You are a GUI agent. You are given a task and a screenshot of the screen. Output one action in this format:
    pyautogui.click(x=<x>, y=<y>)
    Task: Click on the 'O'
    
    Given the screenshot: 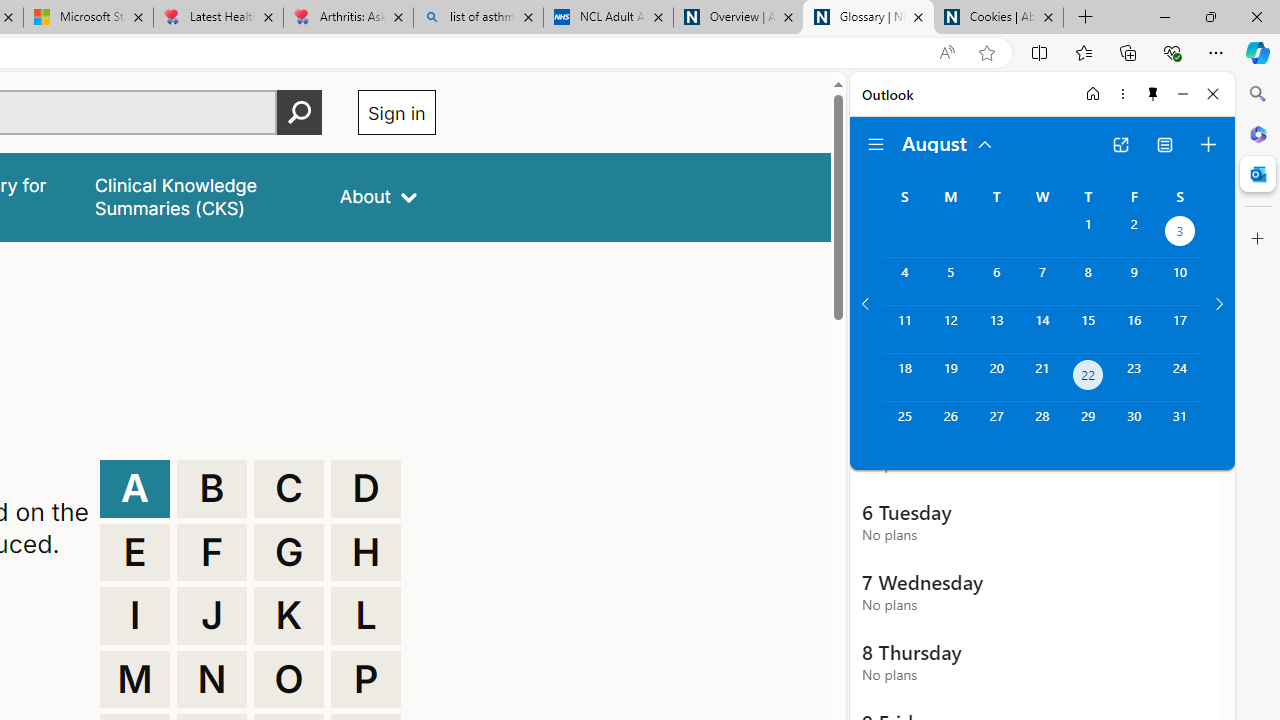 What is the action you would take?
    pyautogui.click(x=288, y=678)
    